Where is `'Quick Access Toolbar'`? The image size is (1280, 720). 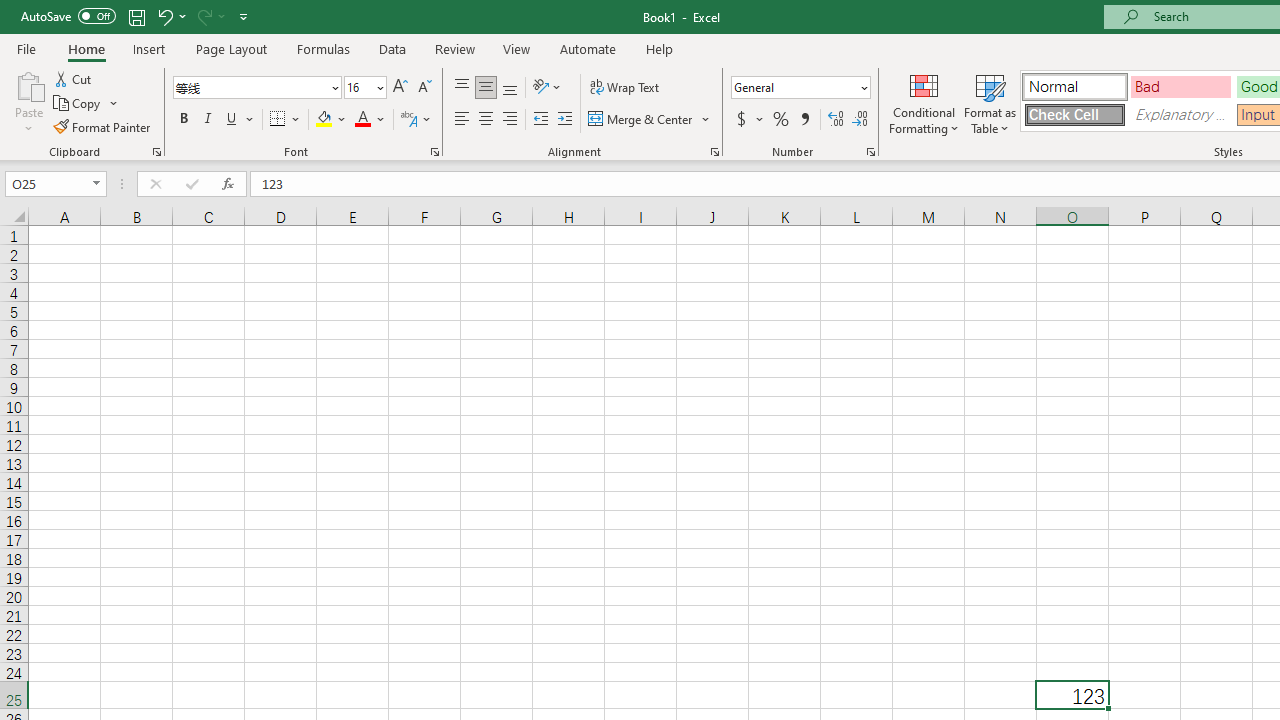
'Quick Access Toolbar' is located at coordinates (135, 16).